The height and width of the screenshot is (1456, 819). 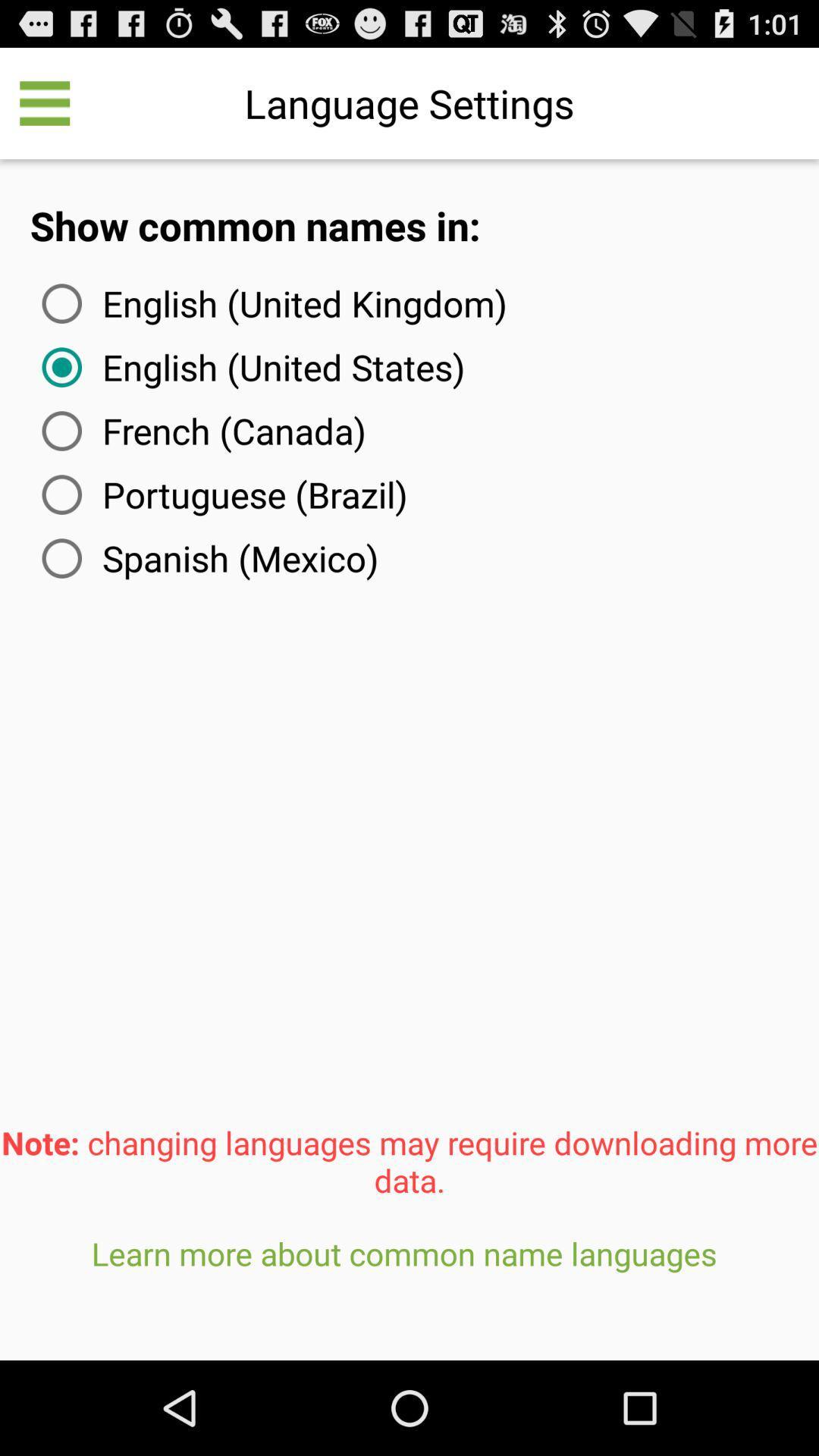 I want to click on icon below note changing languages, so click(x=409, y=1290).